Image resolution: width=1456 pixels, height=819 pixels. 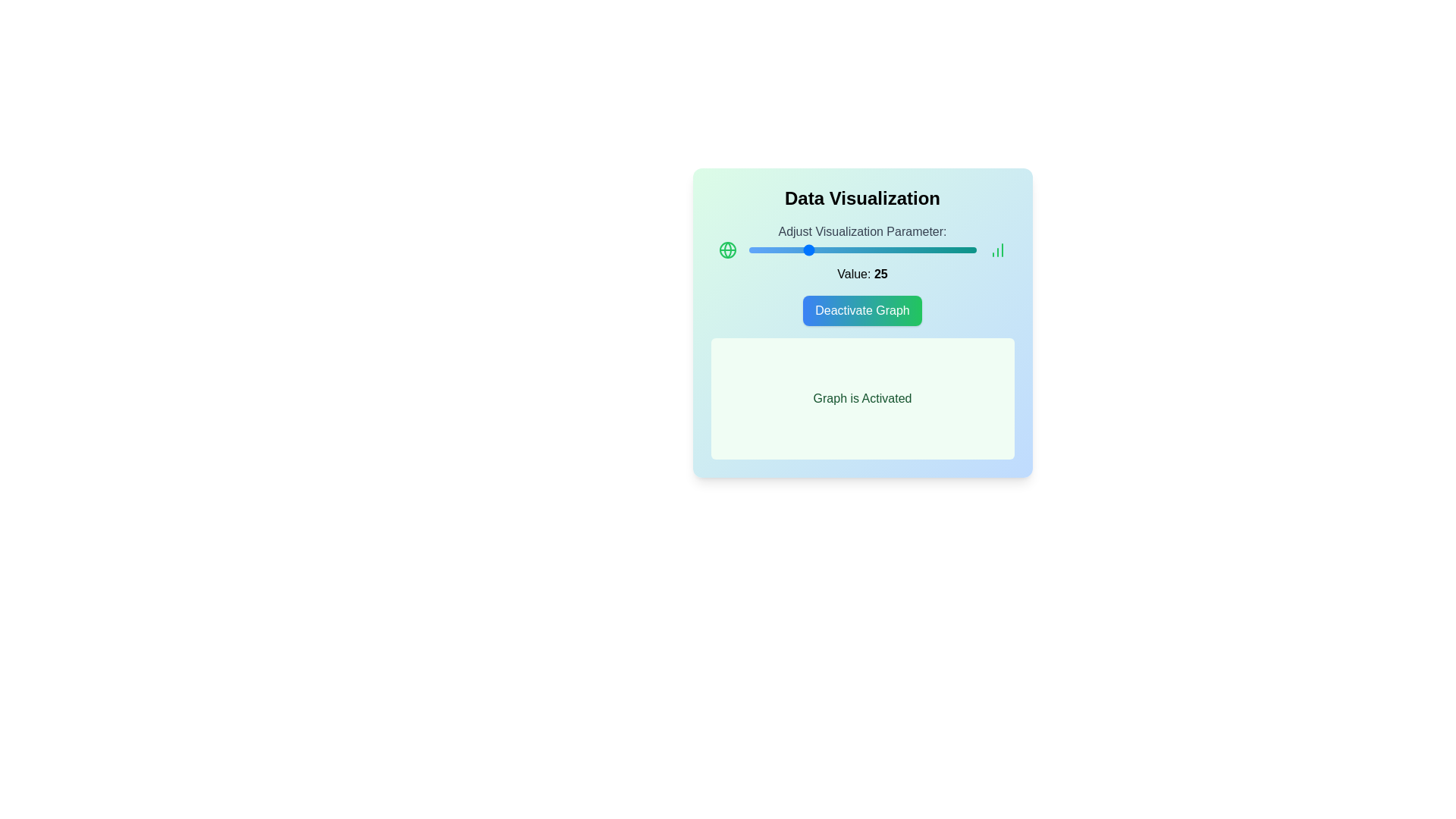 I want to click on 'Deactivate Graph' button to toggle the graph's activation state, so click(x=862, y=309).